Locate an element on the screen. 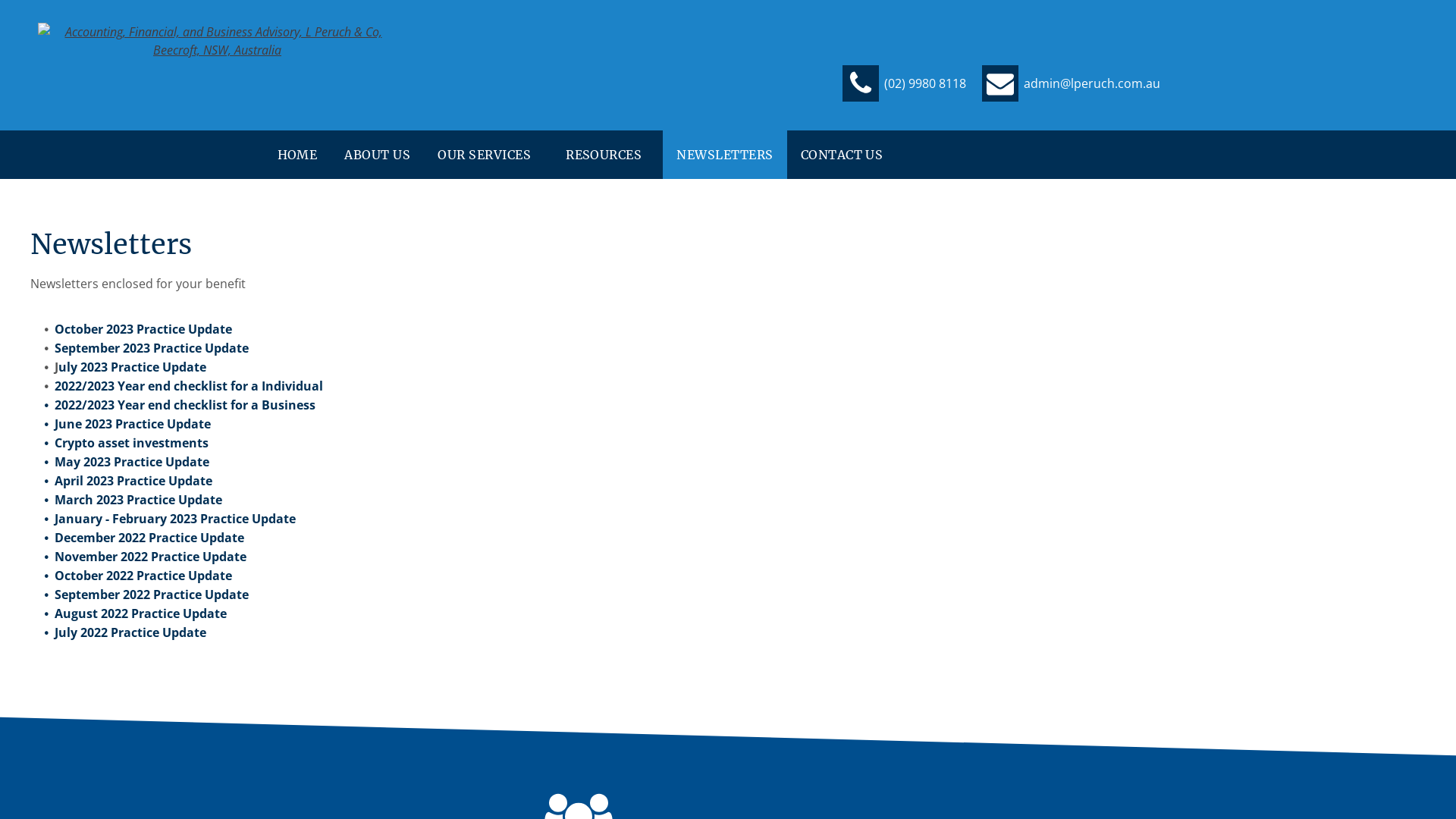 The height and width of the screenshot is (819, 1456). 'March 2023 Practice Update' is located at coordinates (138, 500).